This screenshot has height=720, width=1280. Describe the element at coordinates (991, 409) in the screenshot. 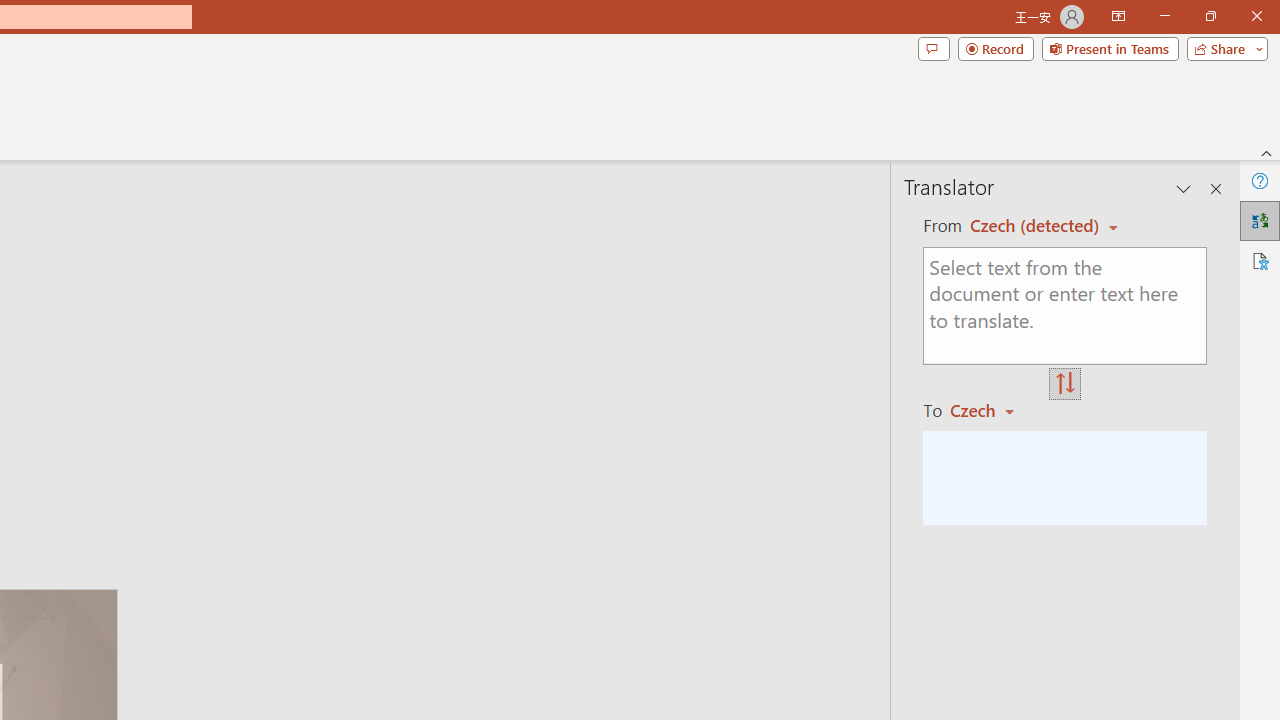

I see `'Czech'` at that location.